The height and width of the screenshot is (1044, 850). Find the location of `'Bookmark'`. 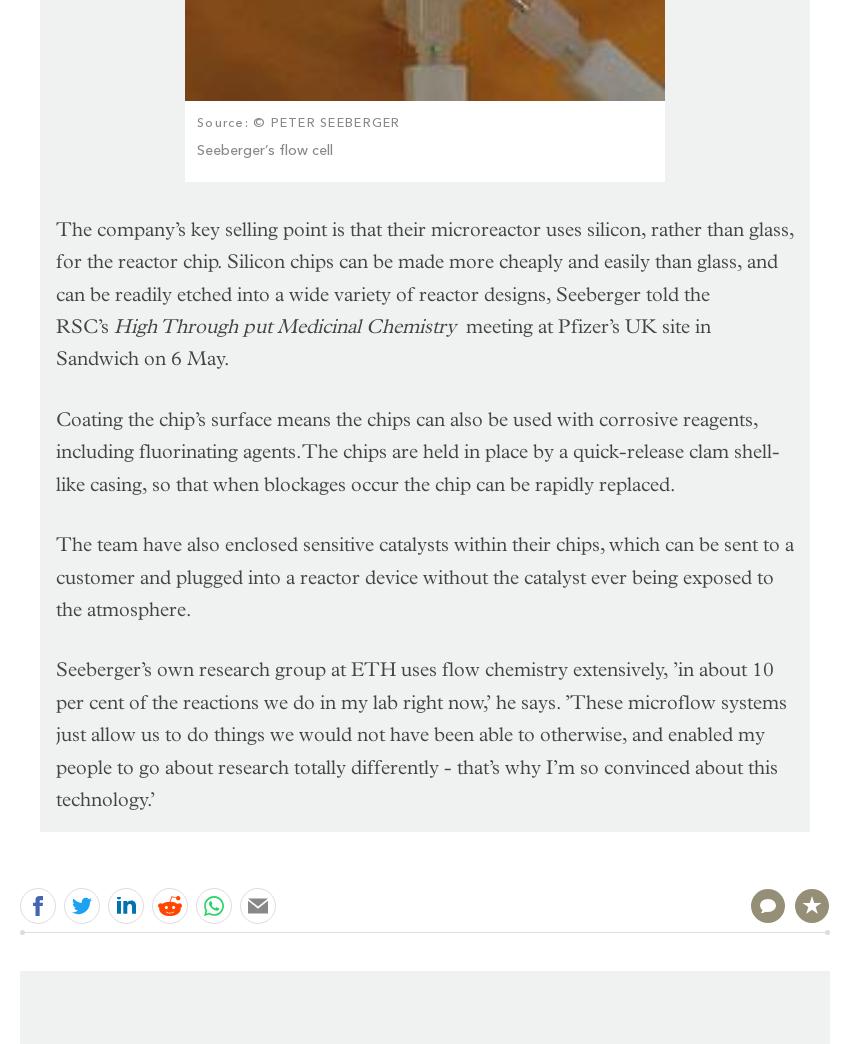

'Bookmark' is located at coordinates (783, 856).